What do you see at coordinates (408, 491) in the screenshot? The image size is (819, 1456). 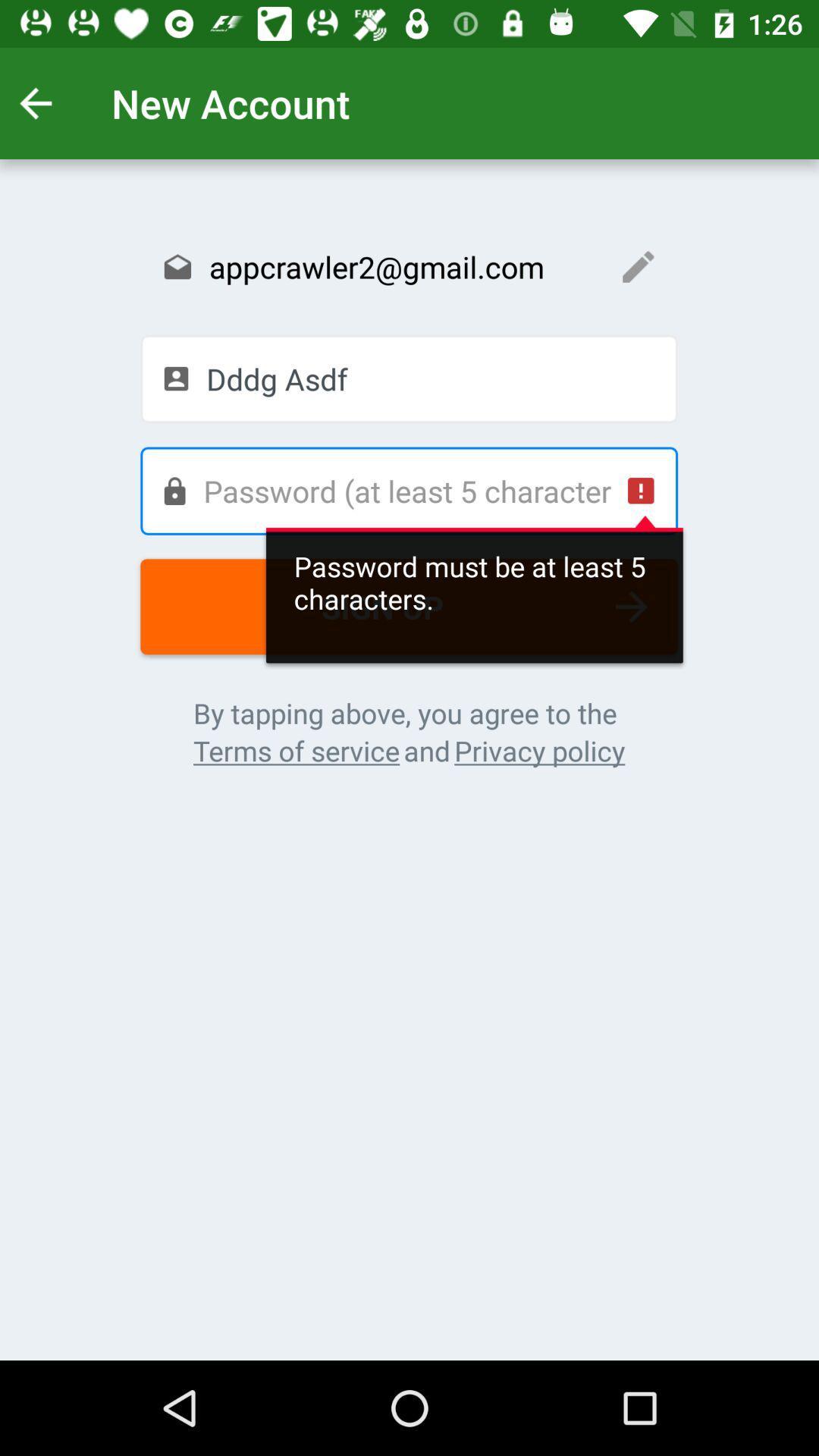 I see `password` at bounding box center [408, 491].